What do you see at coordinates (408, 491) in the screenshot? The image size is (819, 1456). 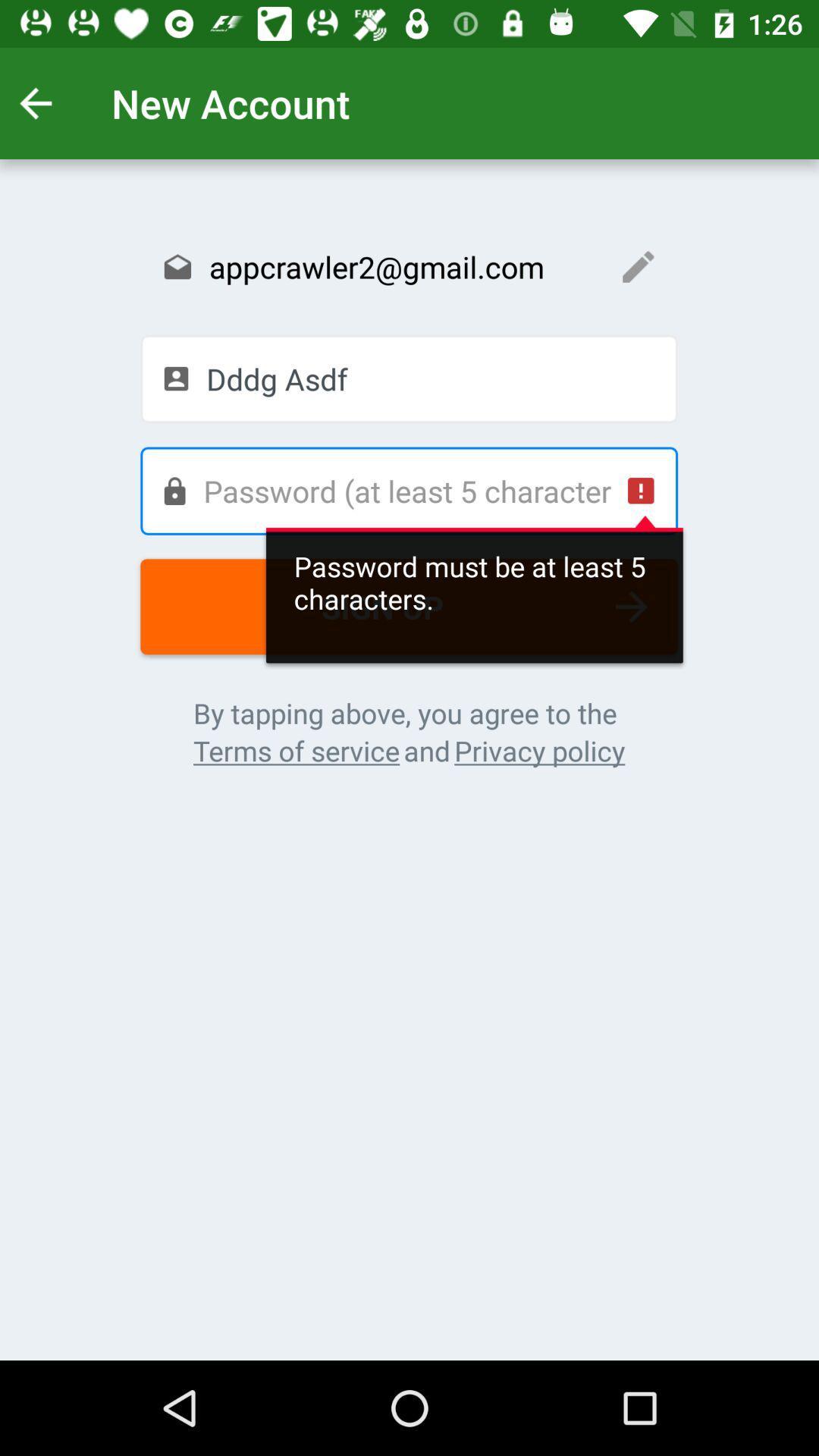 I see `password` at bounding box center [408, 491].